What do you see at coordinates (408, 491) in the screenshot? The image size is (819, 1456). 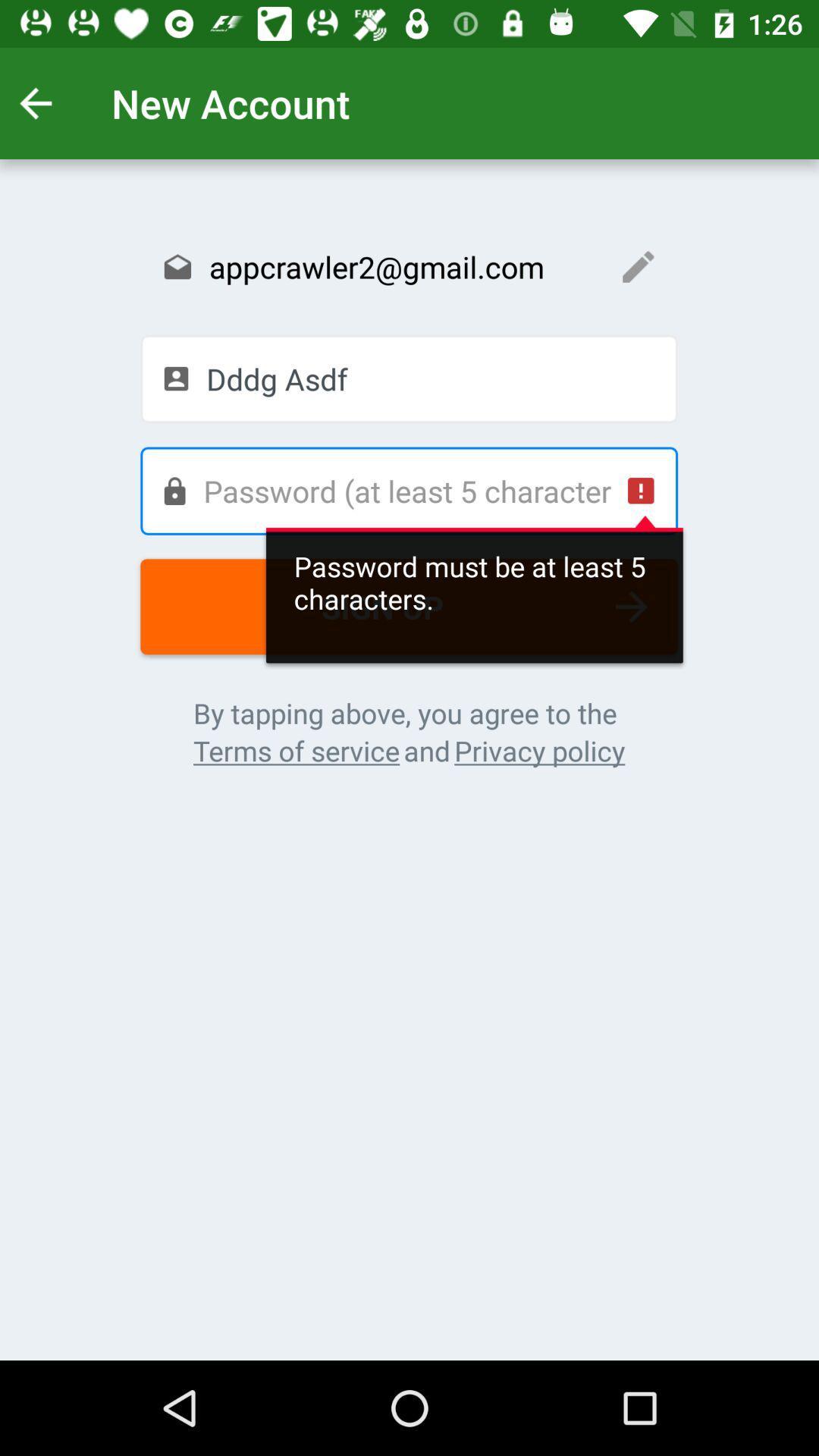 I see `password` at bounding box center [408, 491].